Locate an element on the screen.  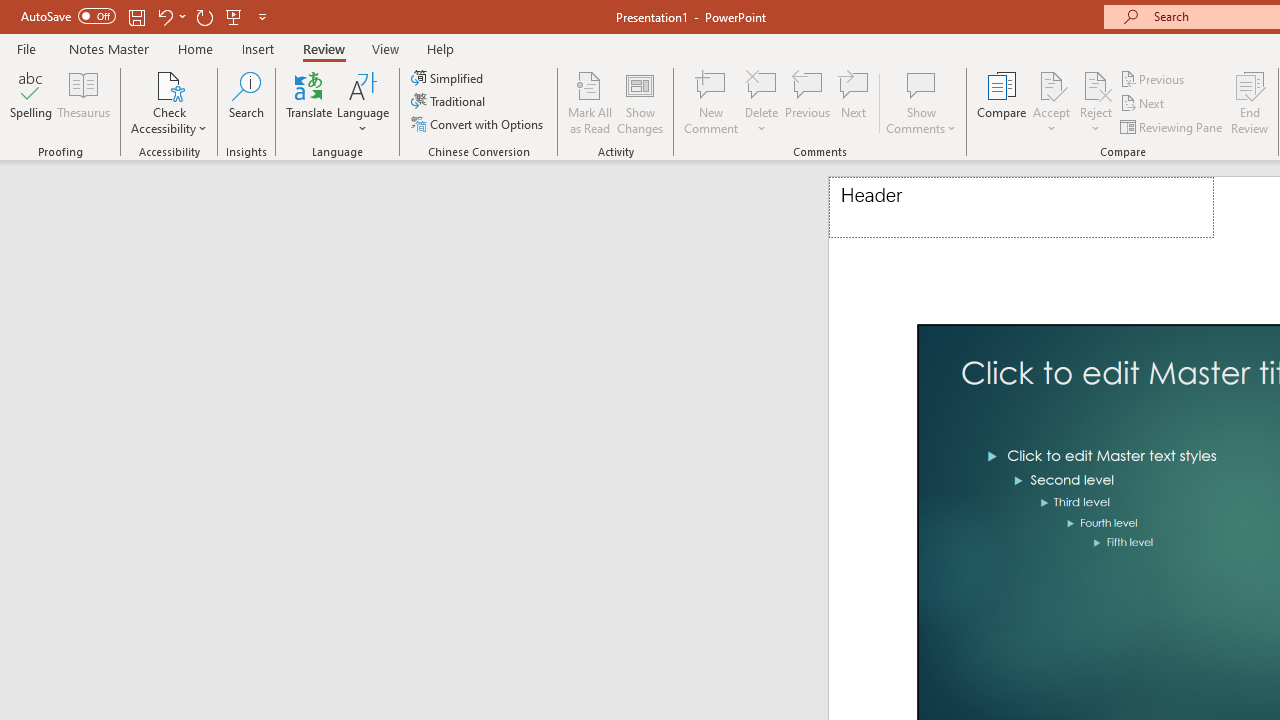
'End Review' is located at coordinates (1248, 103).